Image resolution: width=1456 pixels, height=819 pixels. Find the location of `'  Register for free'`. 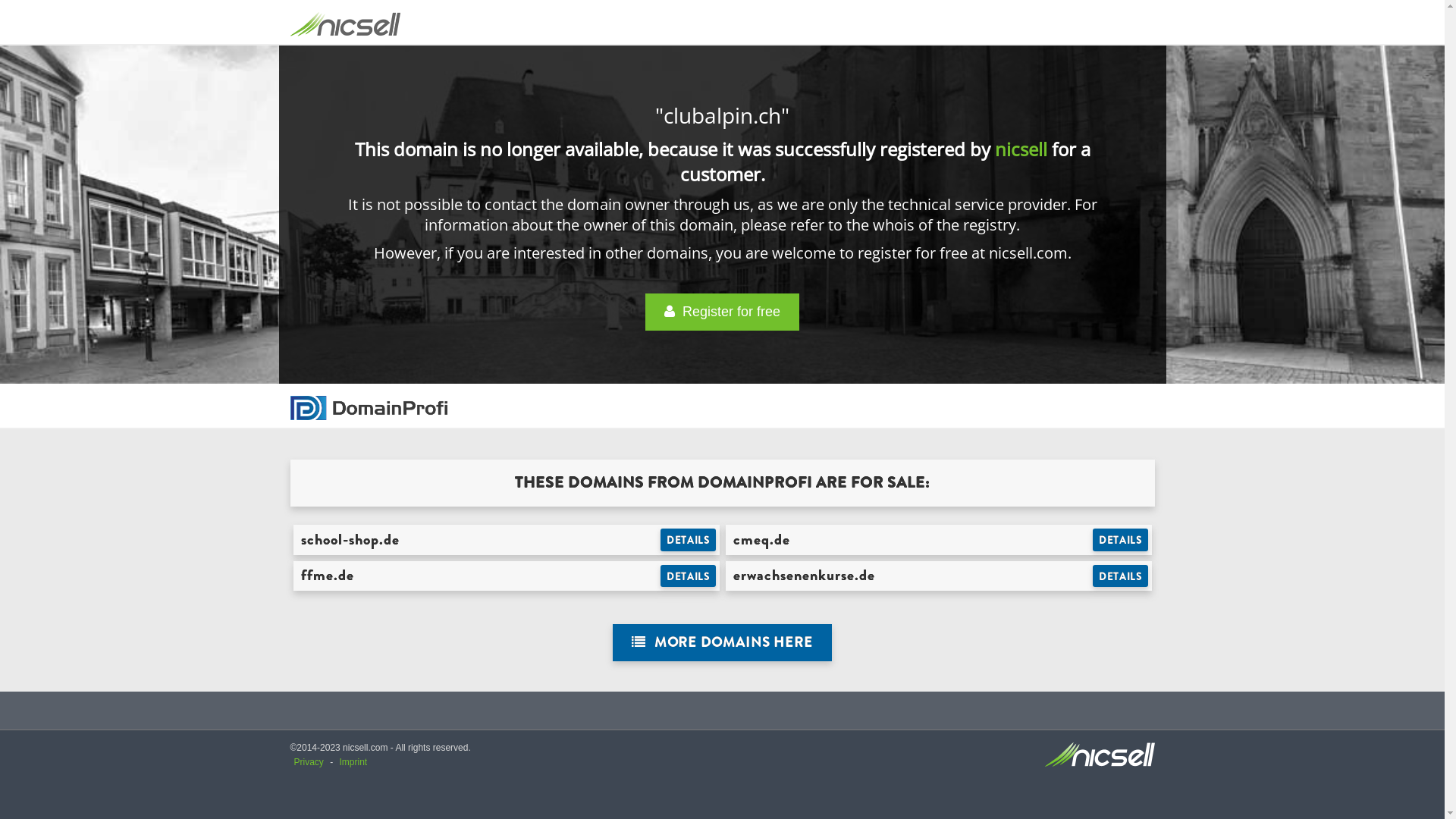

'  Register for free' is located at coordinates (721, 311).